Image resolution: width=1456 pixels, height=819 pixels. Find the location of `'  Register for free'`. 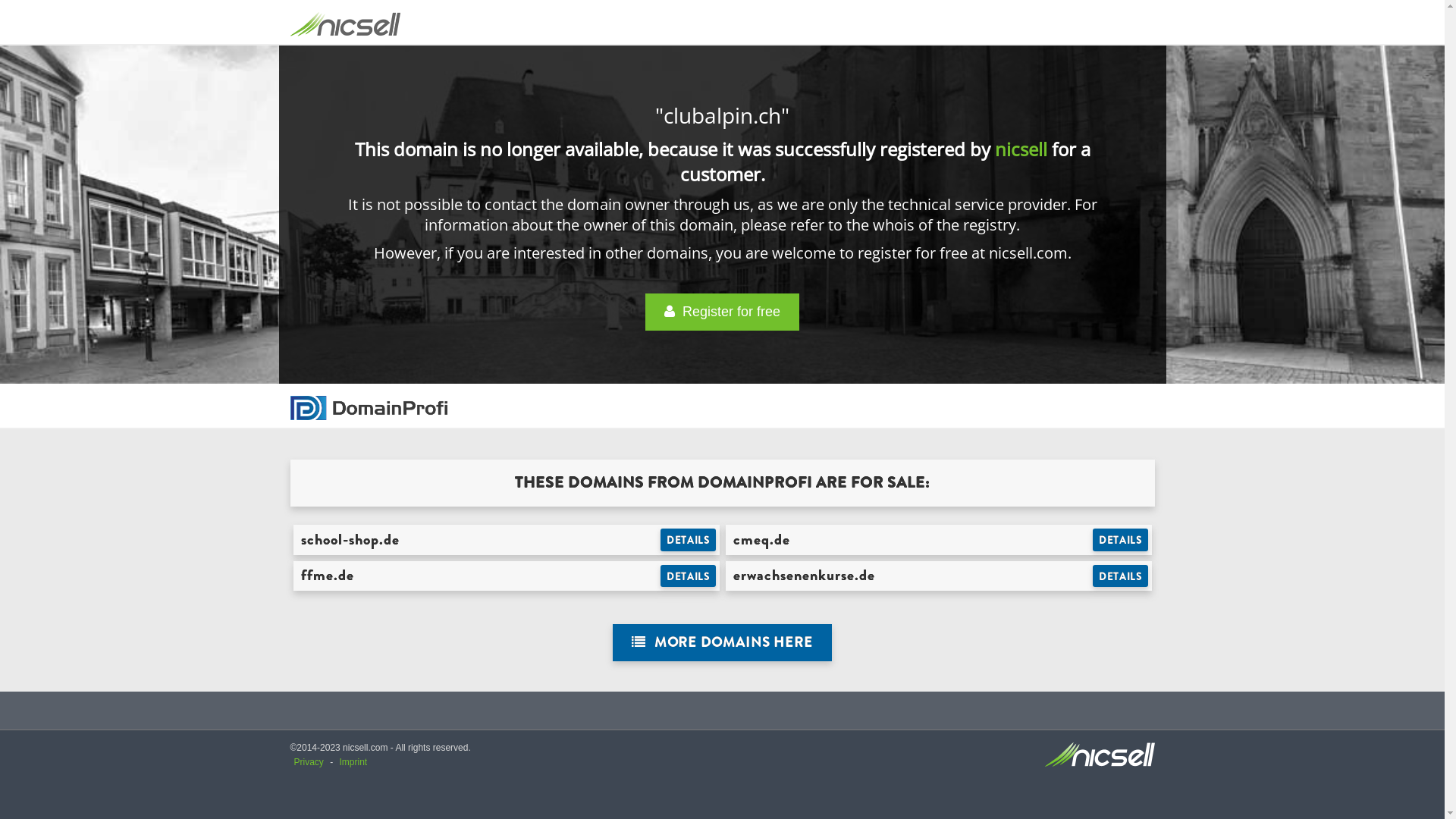

'  Register for free' is located at coordinates (721, 311).